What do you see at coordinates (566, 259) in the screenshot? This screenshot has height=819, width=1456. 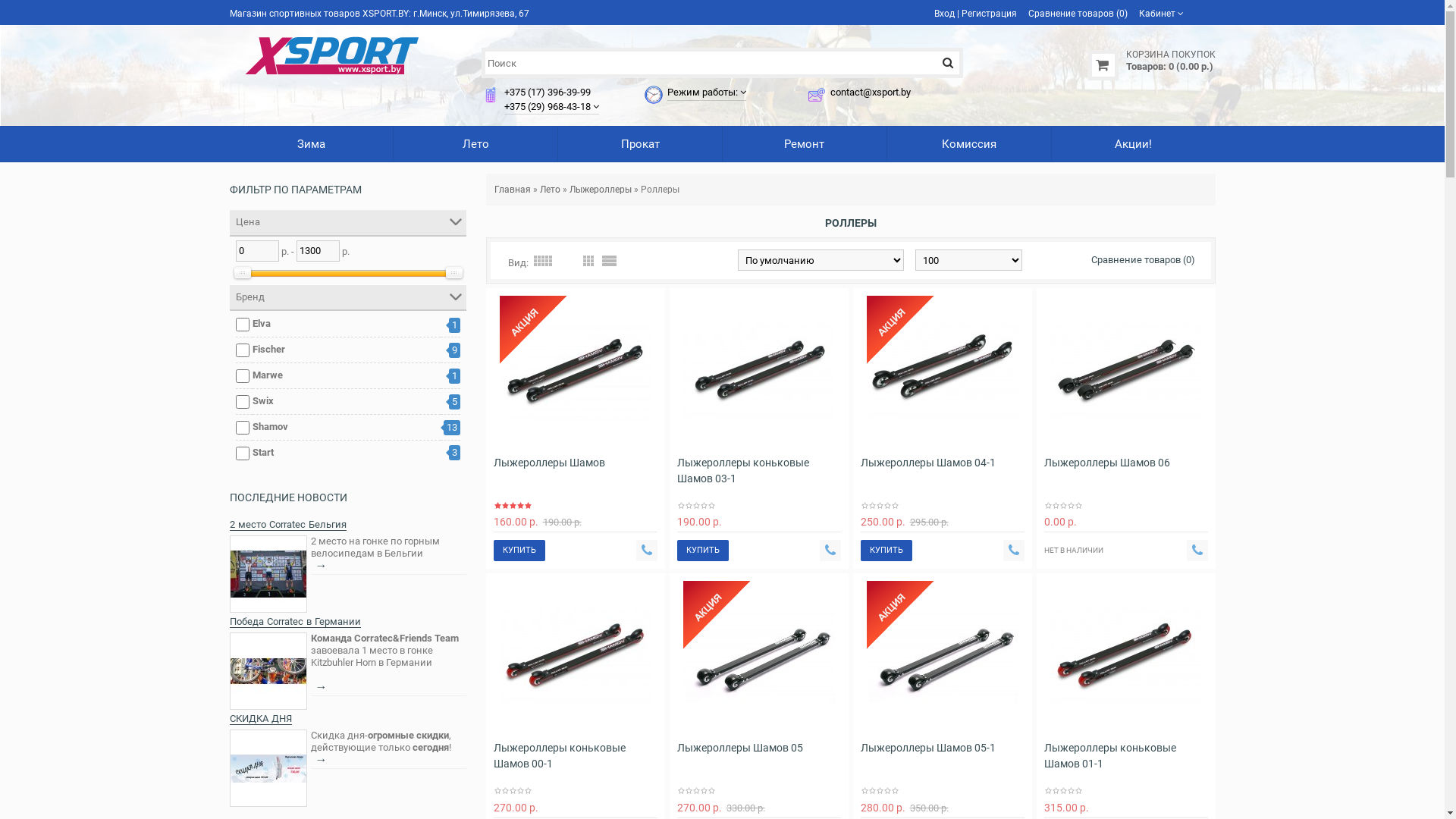 I see `'view4'` at bounding box center [566, 259].